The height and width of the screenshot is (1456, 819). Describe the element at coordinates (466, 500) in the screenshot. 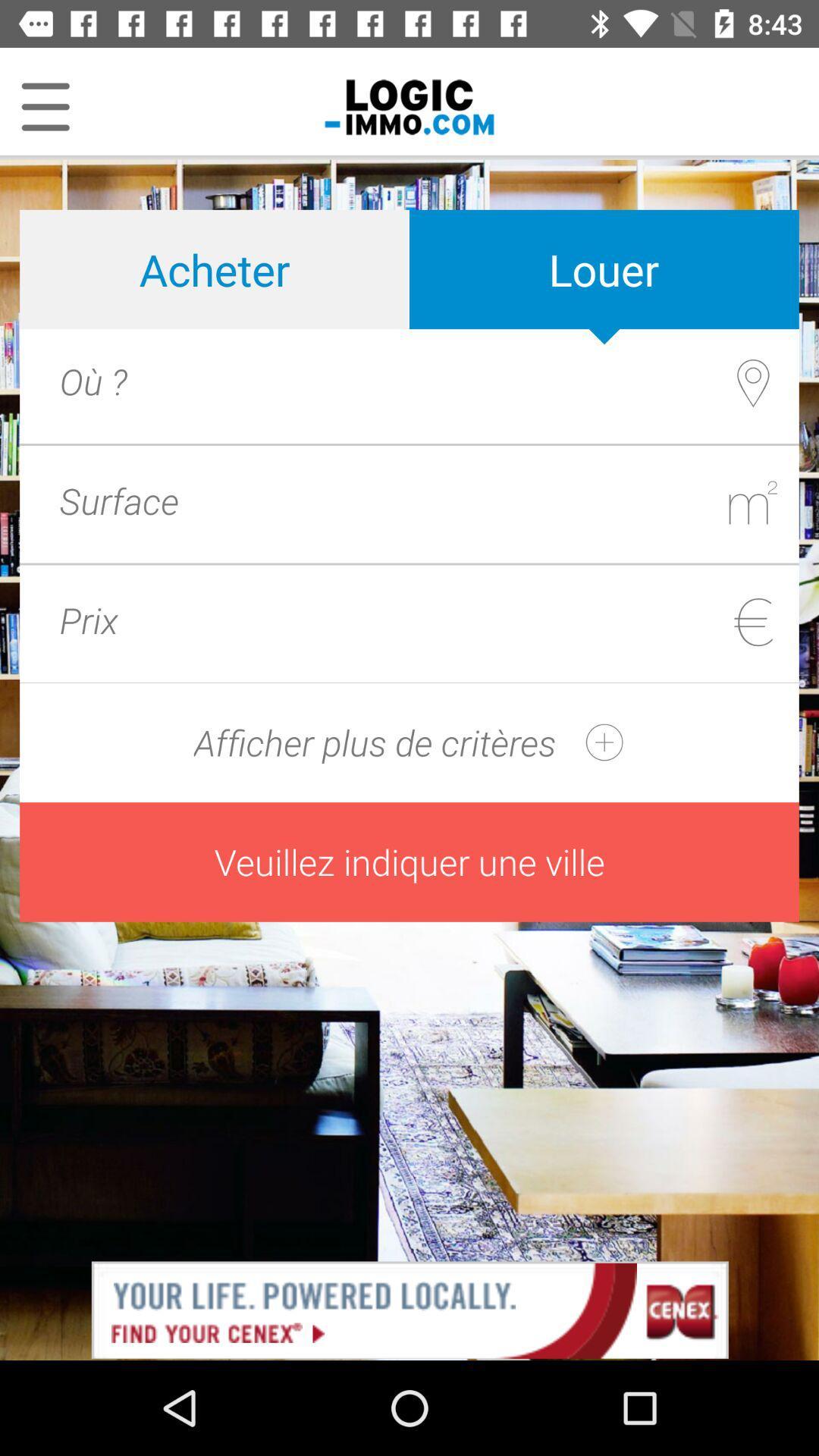

I see `text area` at that location.